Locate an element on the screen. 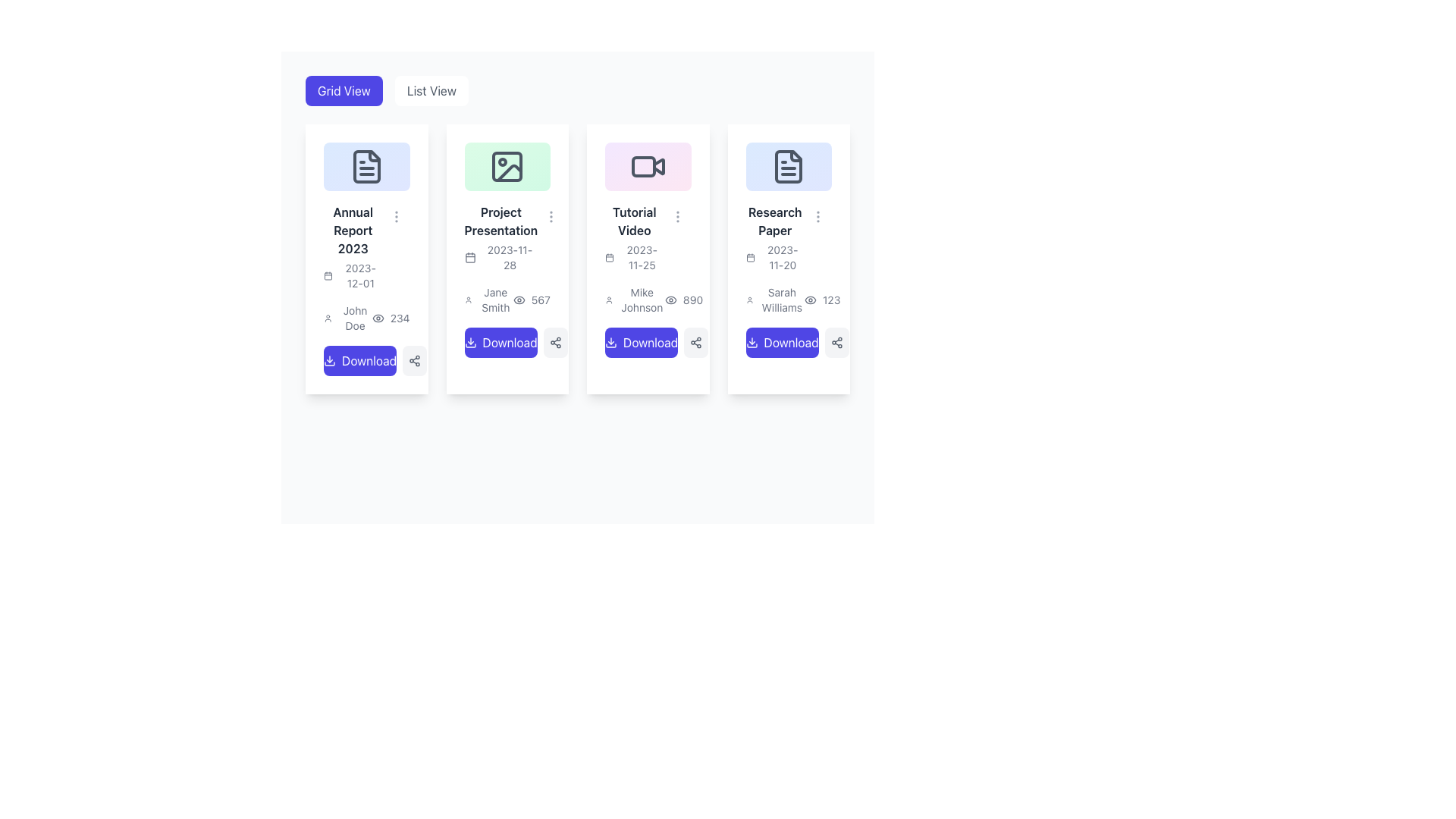 This screenshot has height=819, width=1456. the content of the Metadata display which shows the user's name 'Sarah Williams' and the number '123' located on the fourth card in a row of cards, positioned beneath the date and above the 'Download' button is located at coordinates (789, 300).